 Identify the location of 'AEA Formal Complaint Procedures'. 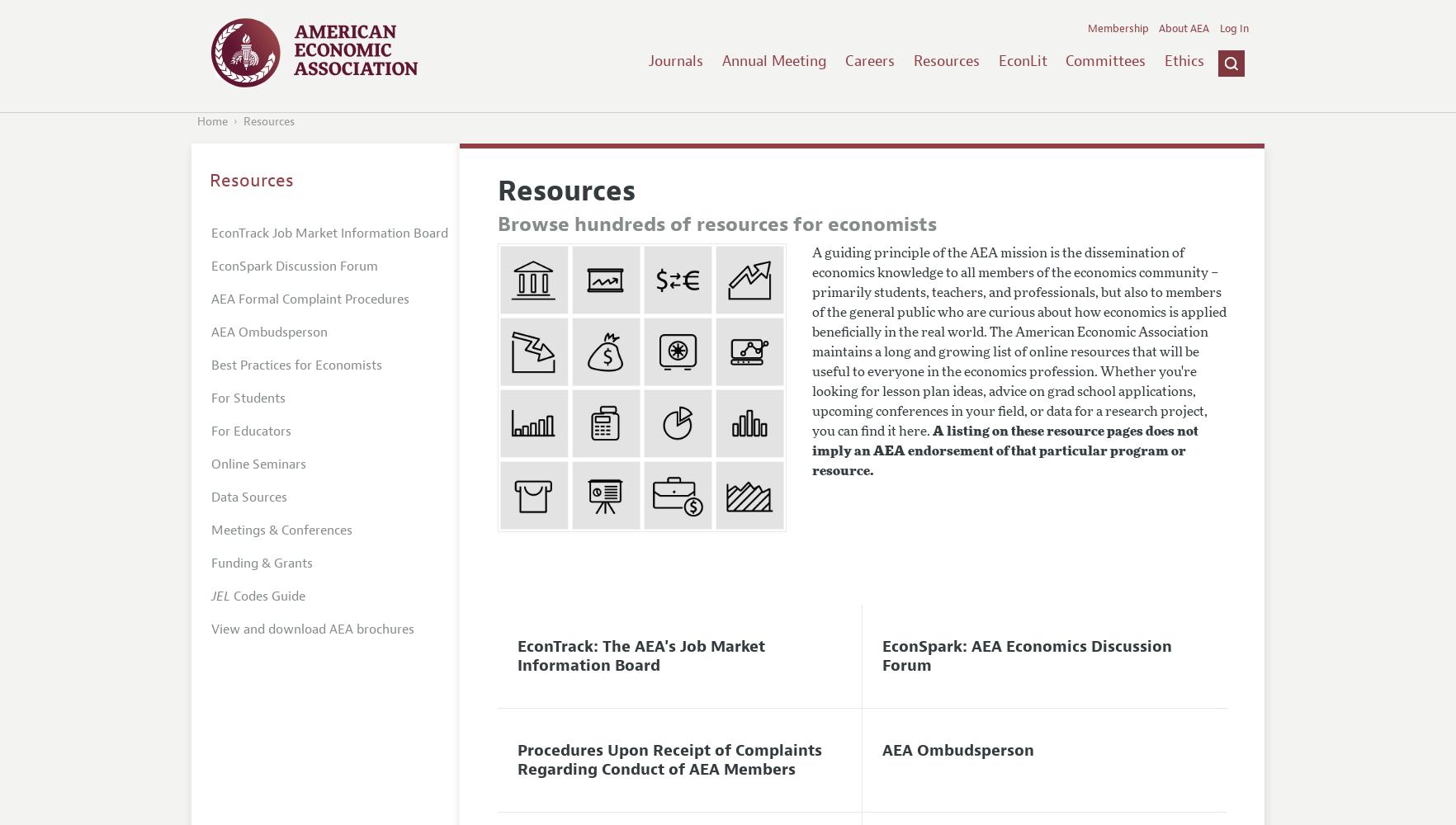
(310, 298).